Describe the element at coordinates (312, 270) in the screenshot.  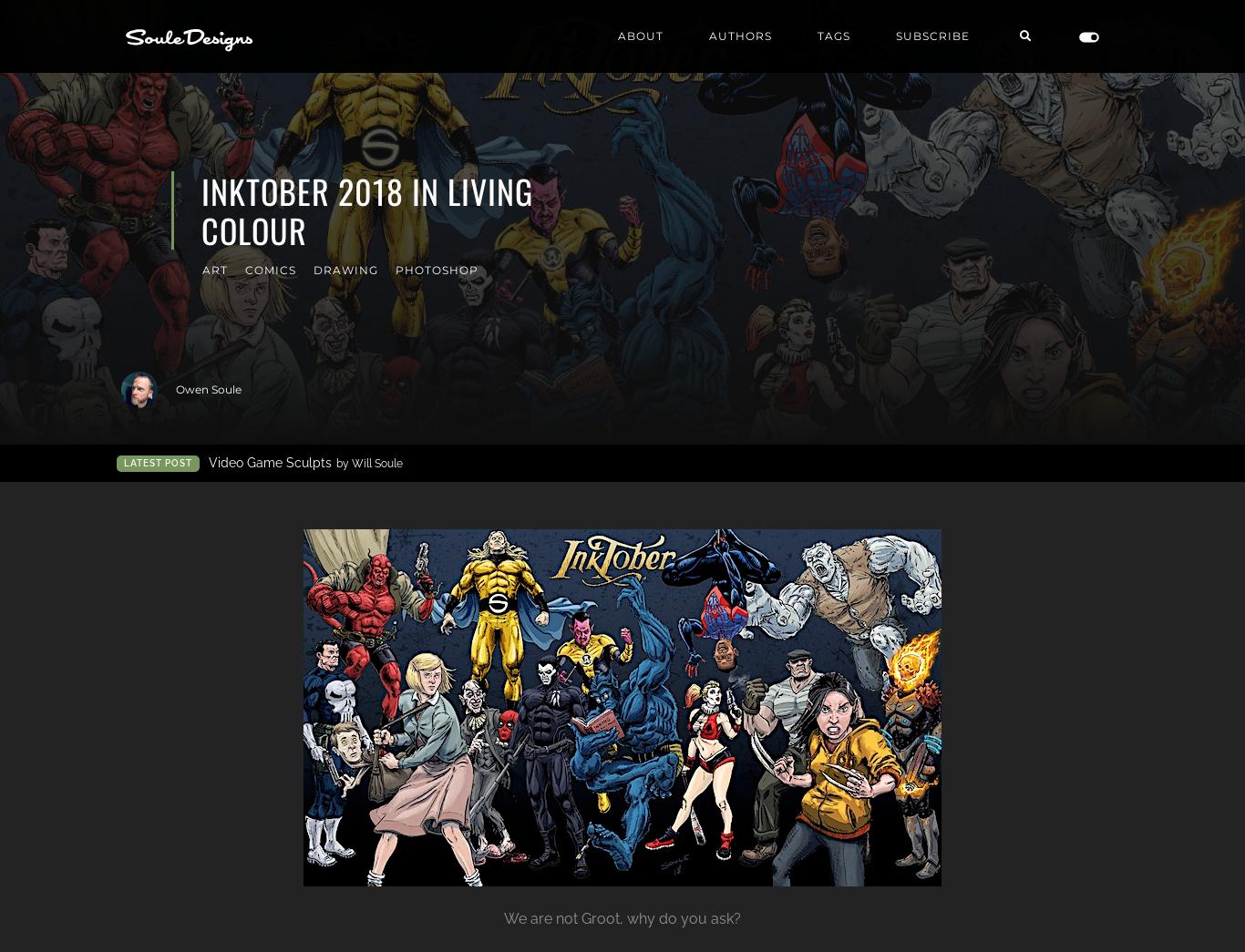
I see `'Drawing'` at that location.